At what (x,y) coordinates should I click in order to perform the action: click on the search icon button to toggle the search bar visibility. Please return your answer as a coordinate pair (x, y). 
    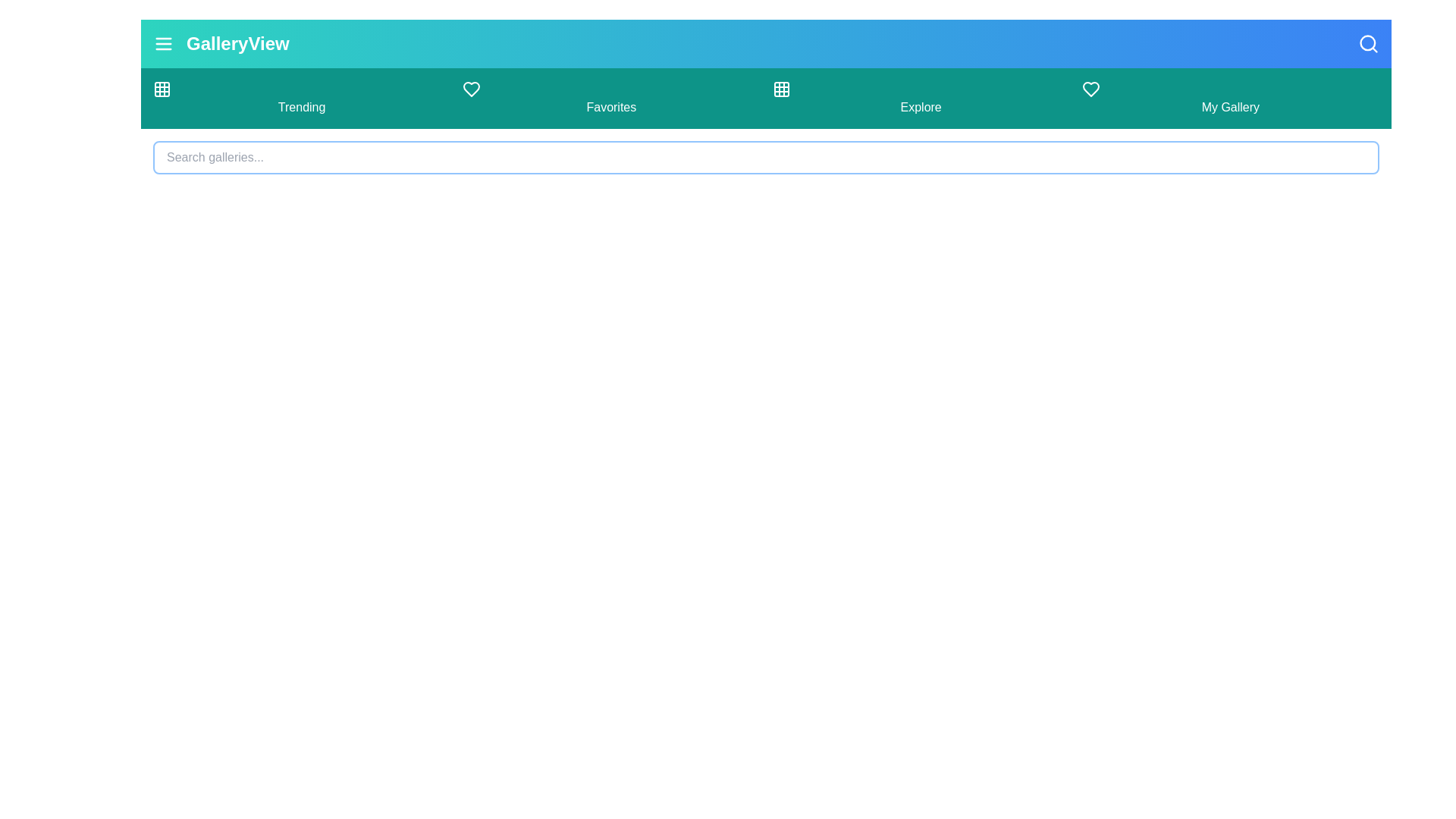
    Looking at the image, I should click on (1368, 42).